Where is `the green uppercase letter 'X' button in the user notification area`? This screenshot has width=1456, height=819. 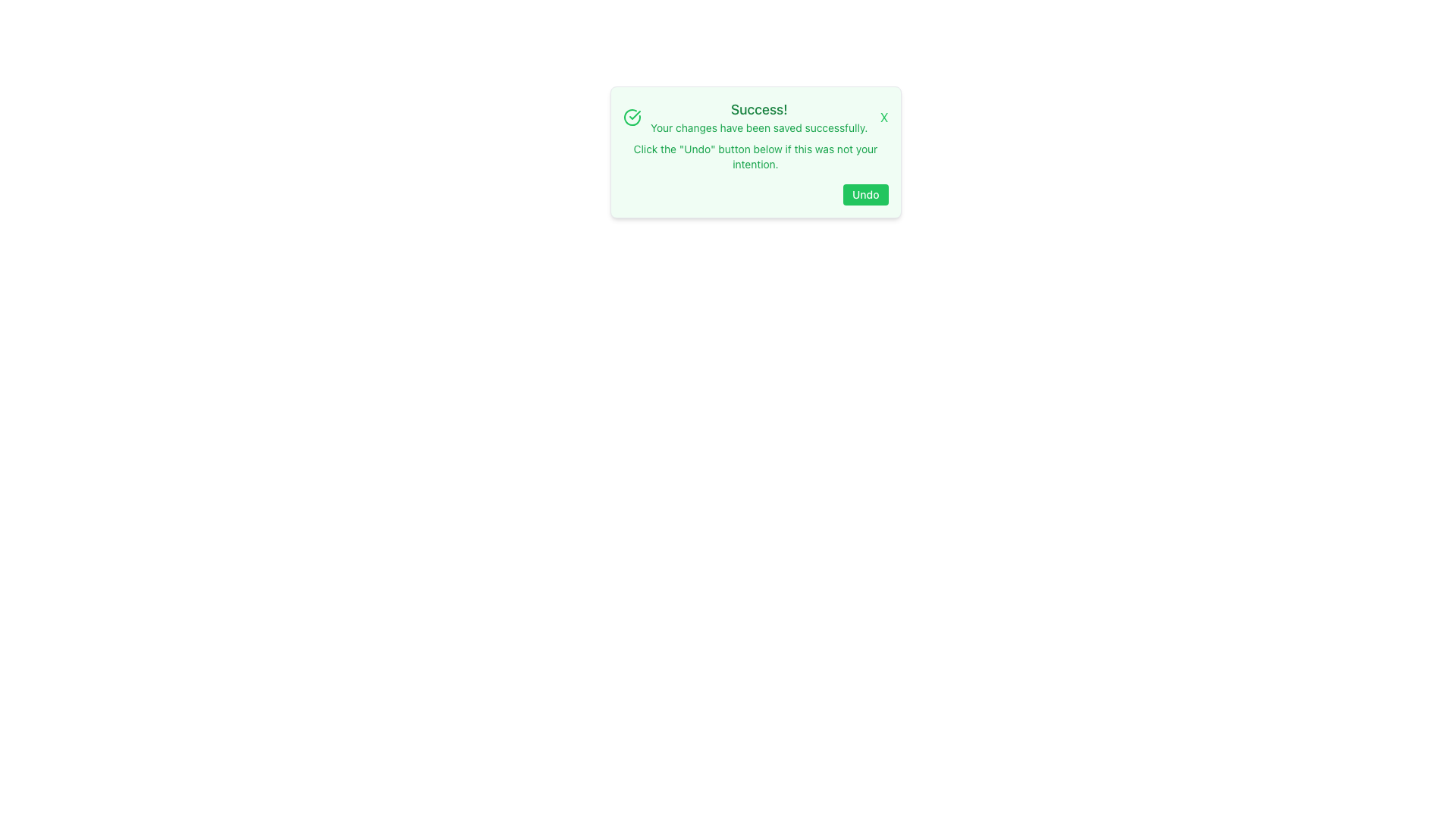 the green uppercase letter 'X' button in the user notification area is located at coordinates (884, 116).